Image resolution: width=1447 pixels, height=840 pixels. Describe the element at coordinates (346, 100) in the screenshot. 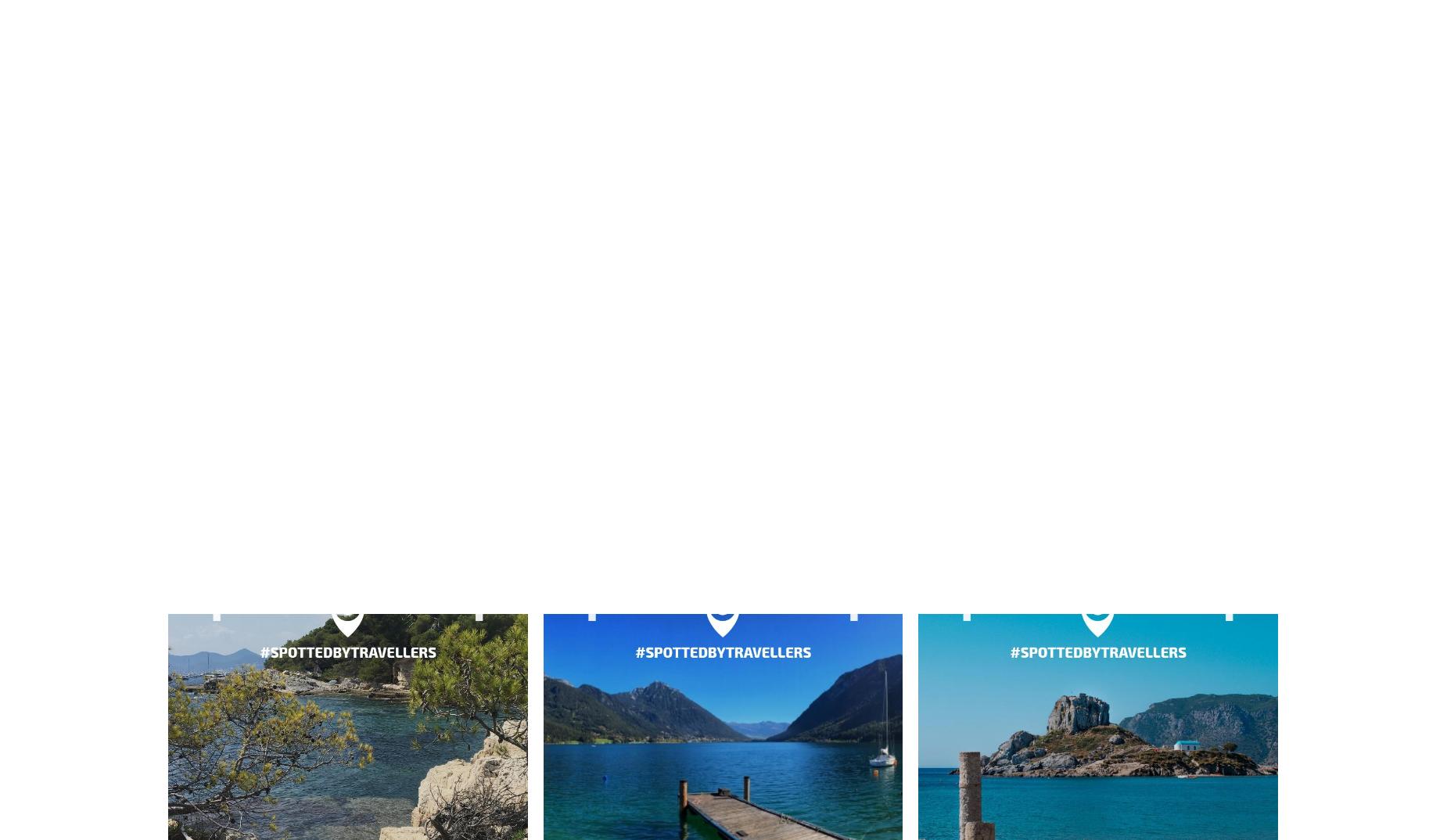

I see `'Spotted par Sijo'` at that location.